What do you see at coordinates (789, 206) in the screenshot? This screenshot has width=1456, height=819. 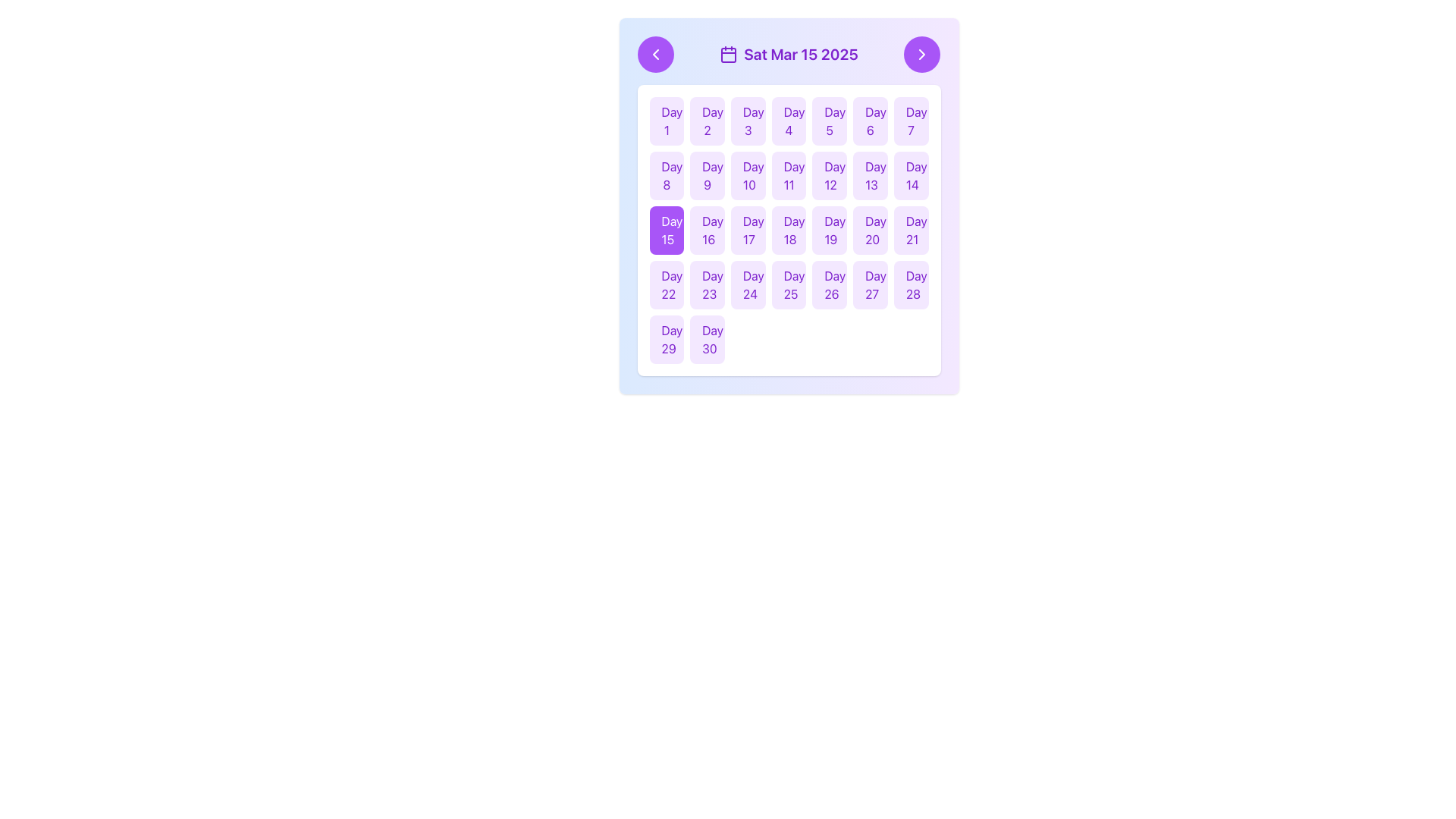 I see `the 'Day 18' button, which is a rectangular button with rounded corners in the calendar grid` at bounding box center [789, 206].